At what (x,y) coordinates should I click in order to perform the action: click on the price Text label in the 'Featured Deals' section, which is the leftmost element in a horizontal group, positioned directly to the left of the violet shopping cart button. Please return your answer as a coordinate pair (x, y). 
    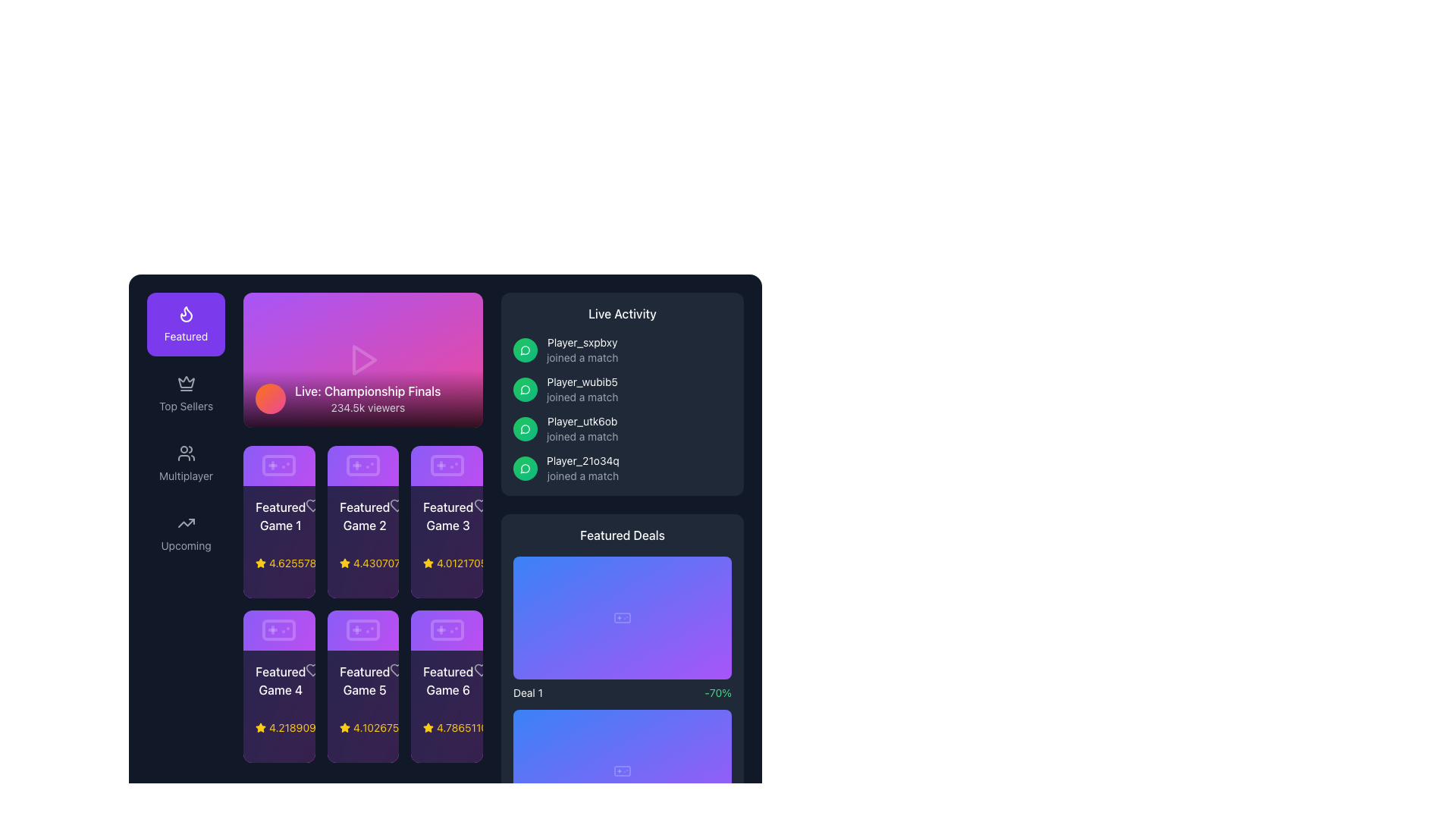
    Looking at the image, I should click on (513, 563).